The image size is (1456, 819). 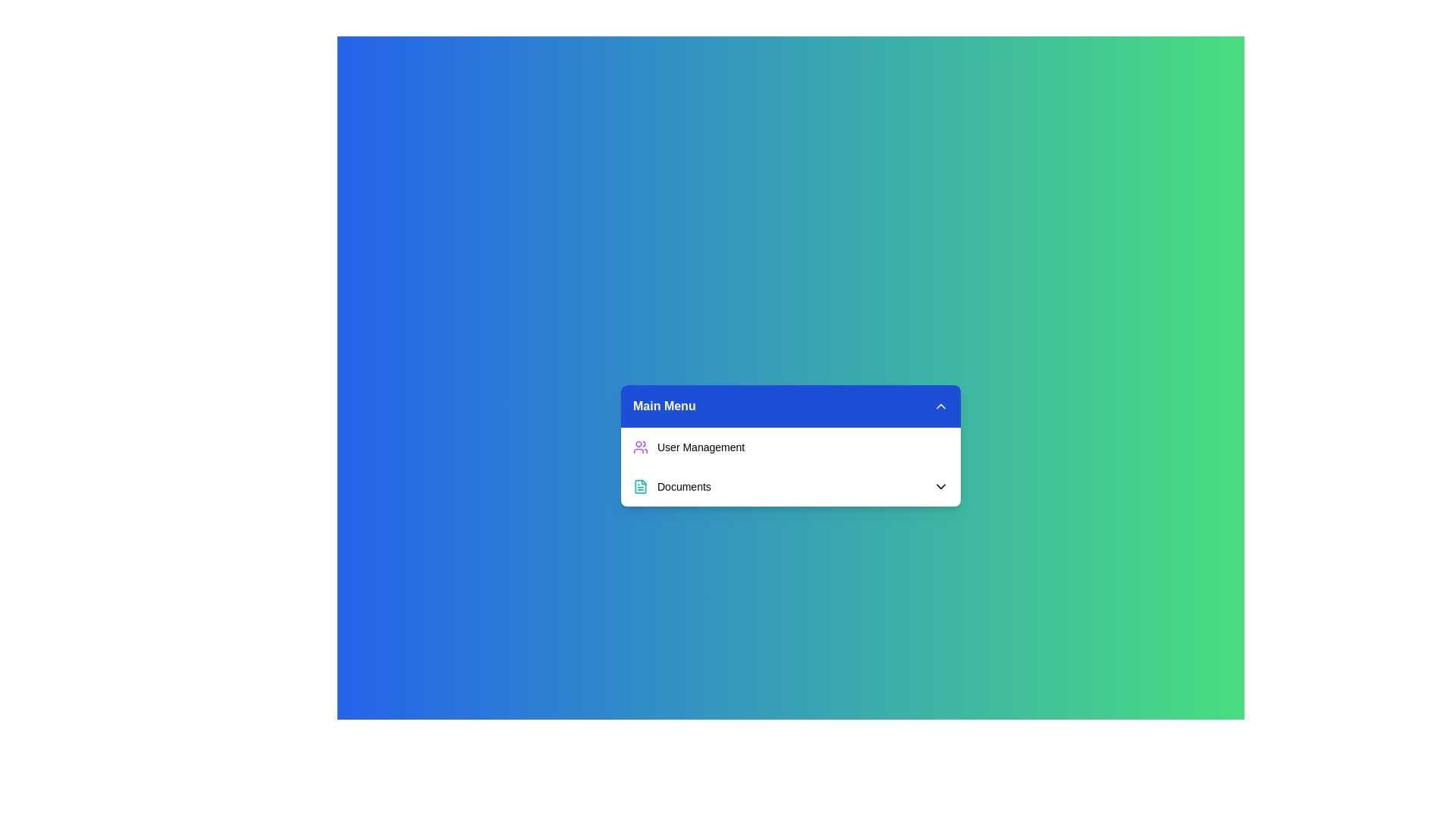 What do you see at coordinates (640, 447) in the screenshot?
I see `the 'User Management' icon located to the left of the 'User Management' text in the menu` at bounding box center [640, 447].